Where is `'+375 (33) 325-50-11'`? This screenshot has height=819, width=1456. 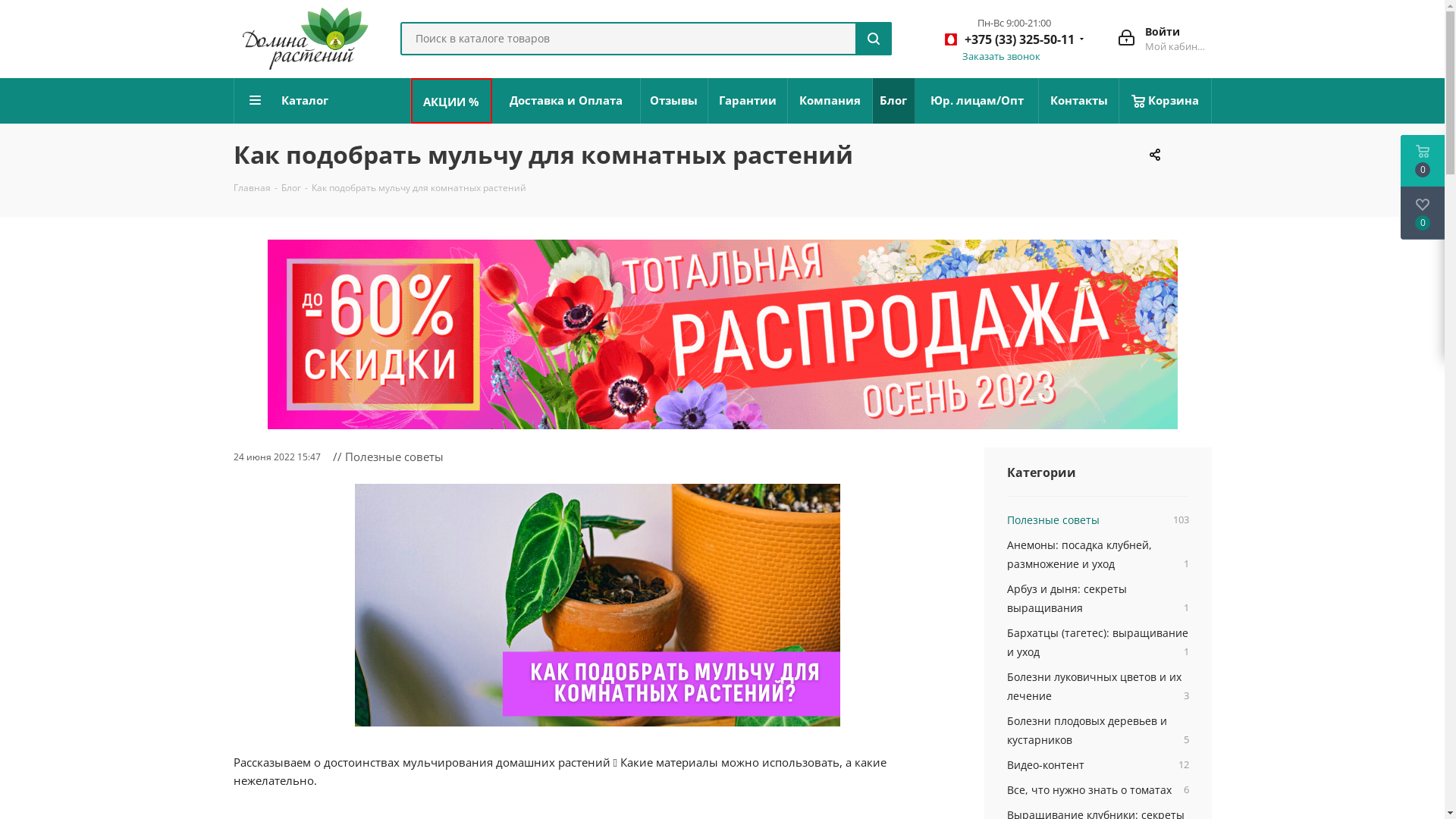 '+375 (33) 325-50-11' is located at coordinates (1009, 41).